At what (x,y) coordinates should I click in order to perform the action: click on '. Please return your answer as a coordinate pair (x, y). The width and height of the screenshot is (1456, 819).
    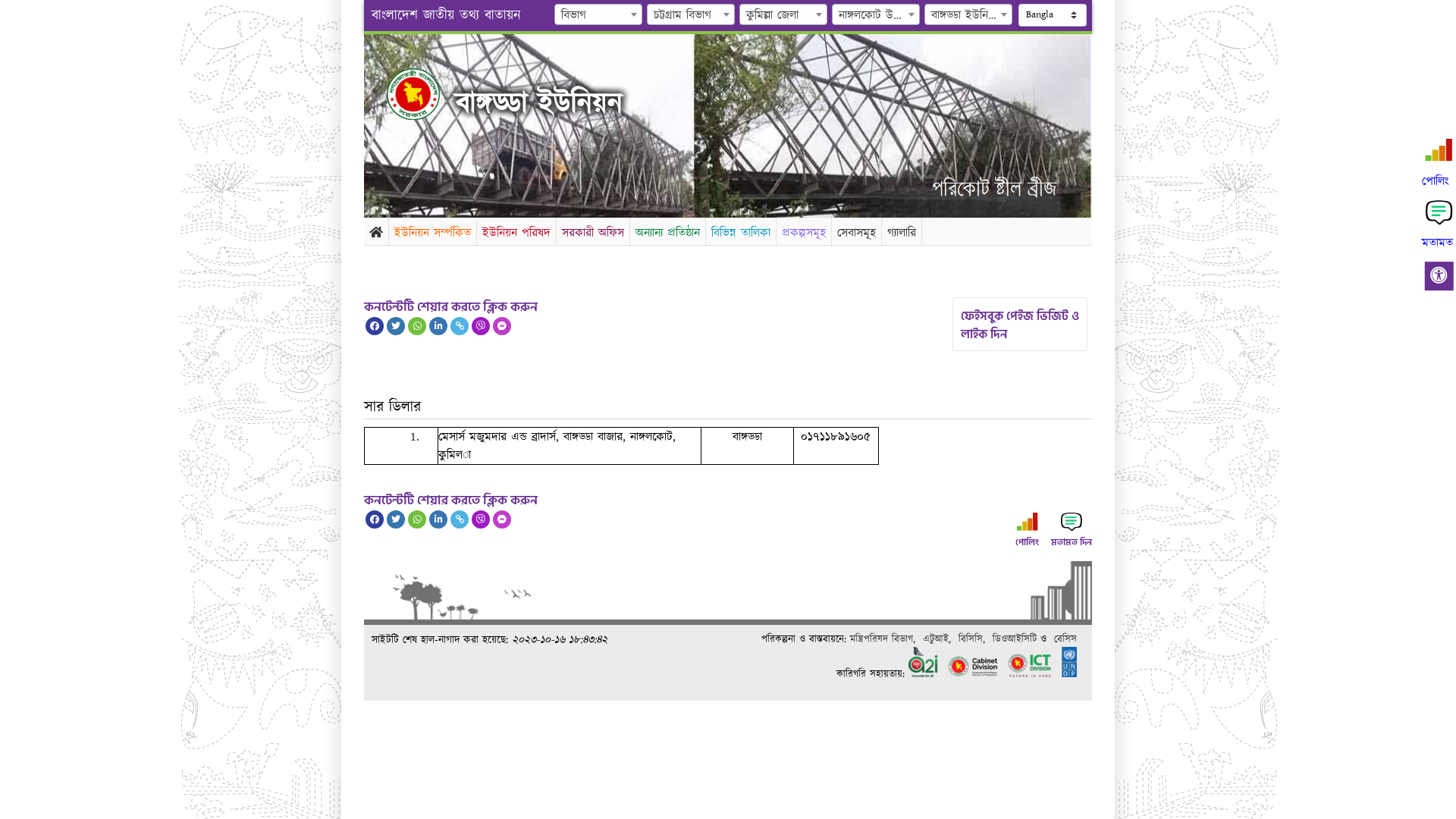
    Looking at the image, I should click on (386, 93).